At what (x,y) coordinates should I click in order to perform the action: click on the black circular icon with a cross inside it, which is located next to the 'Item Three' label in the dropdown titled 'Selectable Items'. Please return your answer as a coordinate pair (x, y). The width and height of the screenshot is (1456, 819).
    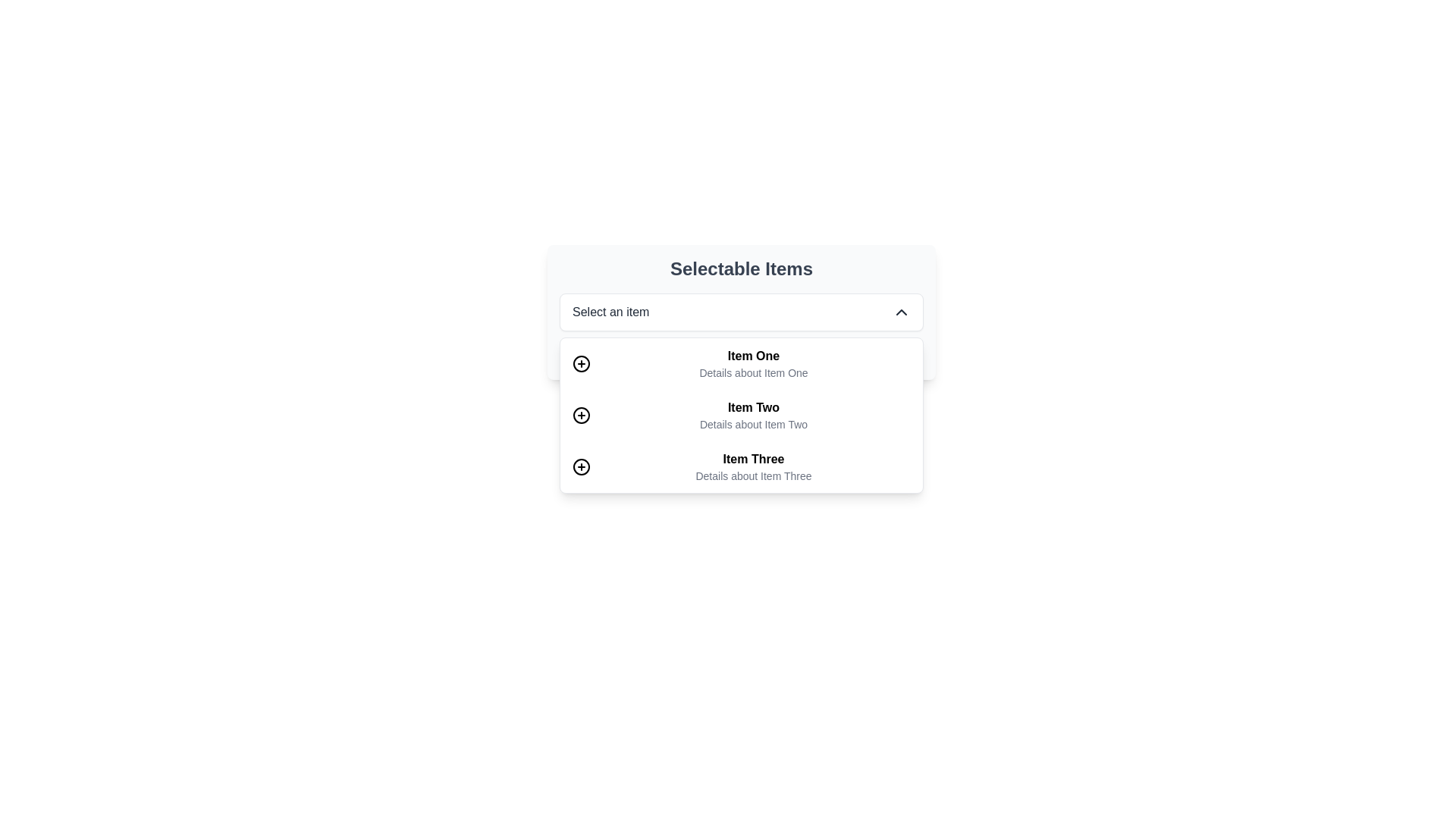
    Looking at the image, I should click on (581, 466).